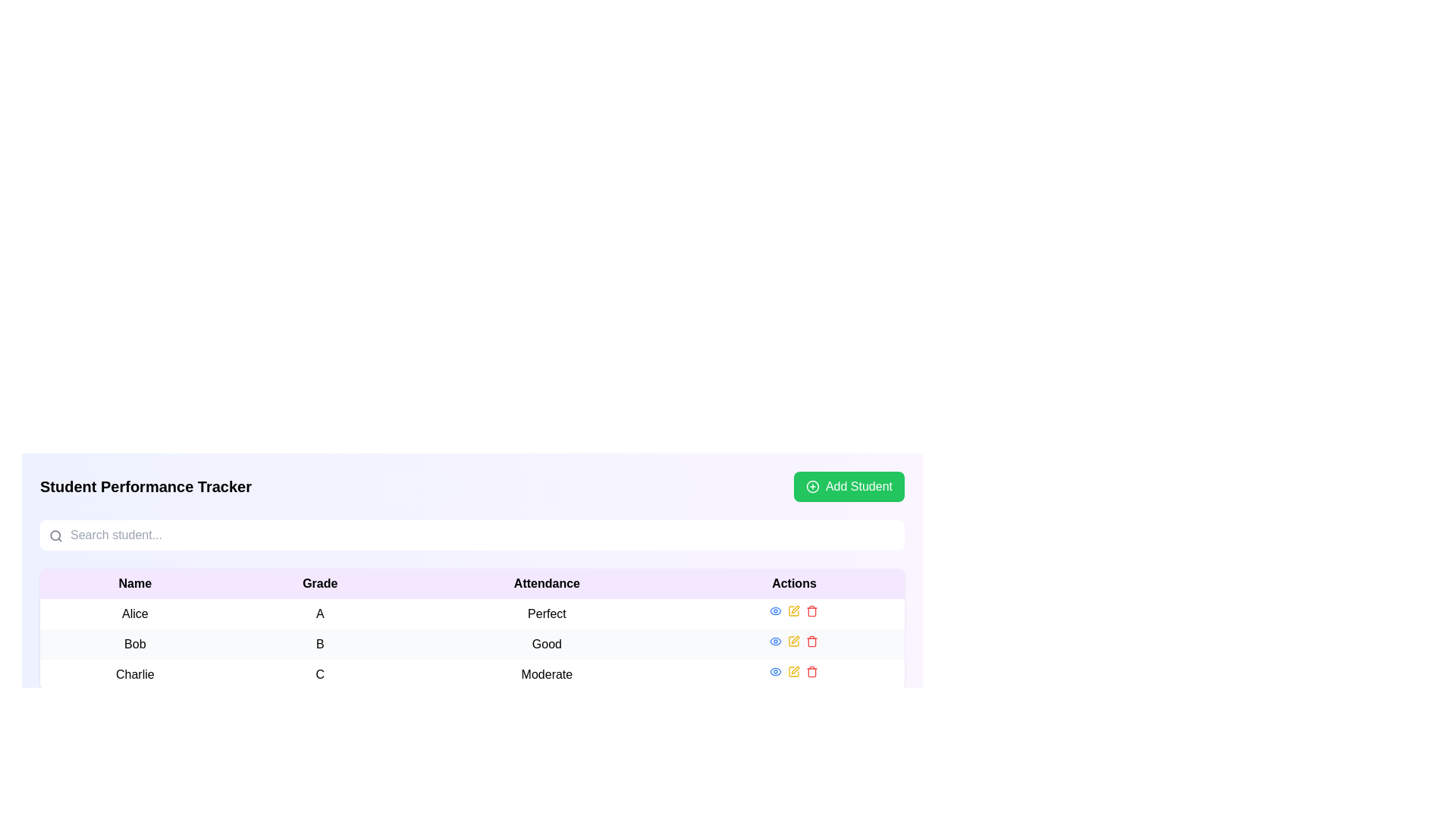 This screenshot has height=819, width=1456. I want to click on the non-interactive Text label displaying the grade for the student 'Bob', which is the second item in the 'Grade' column of the table, so click(319, 644).